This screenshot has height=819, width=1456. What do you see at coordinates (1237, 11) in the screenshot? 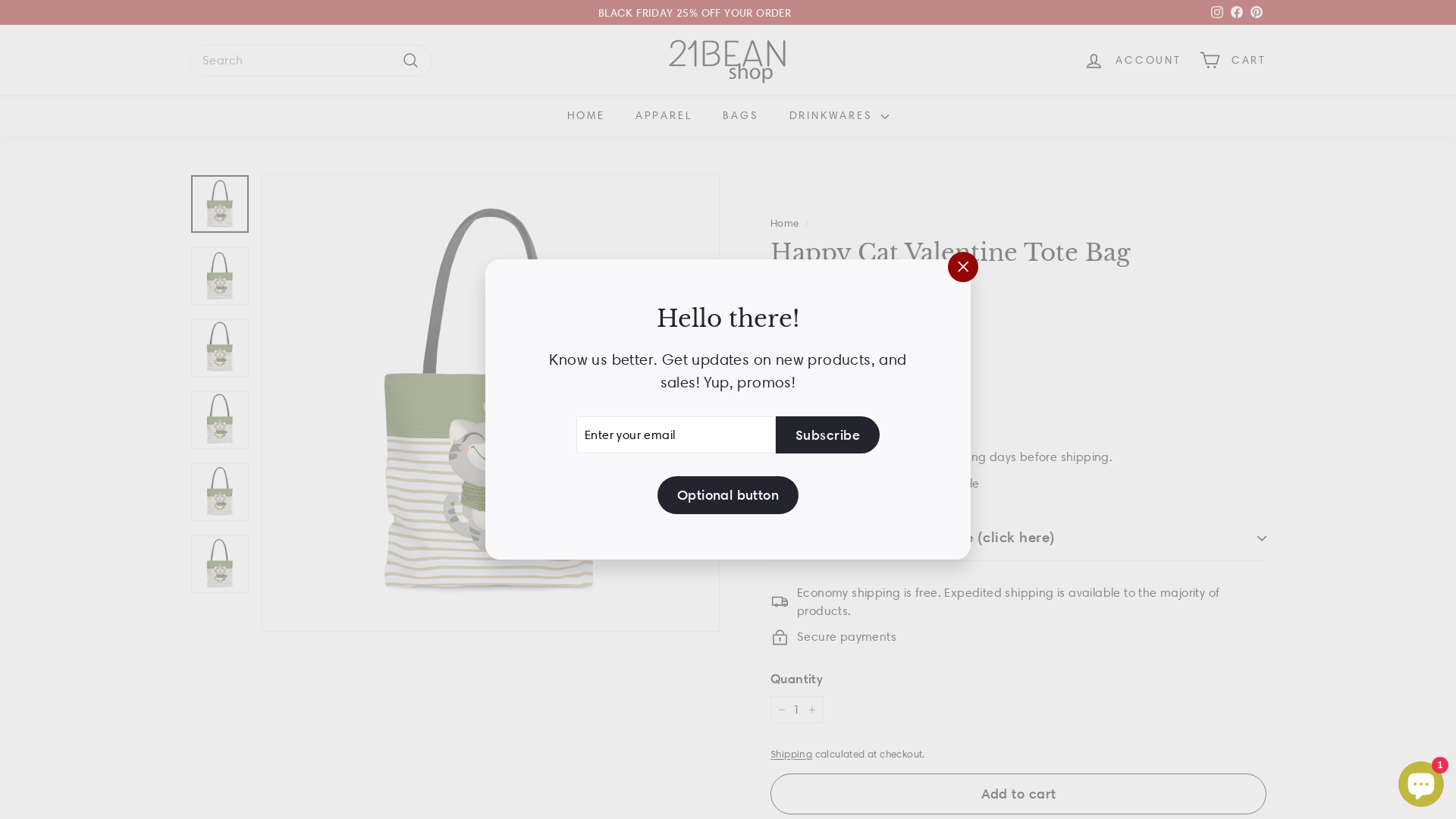
I see `'Facebook'` at bounding box center [1237, 11].